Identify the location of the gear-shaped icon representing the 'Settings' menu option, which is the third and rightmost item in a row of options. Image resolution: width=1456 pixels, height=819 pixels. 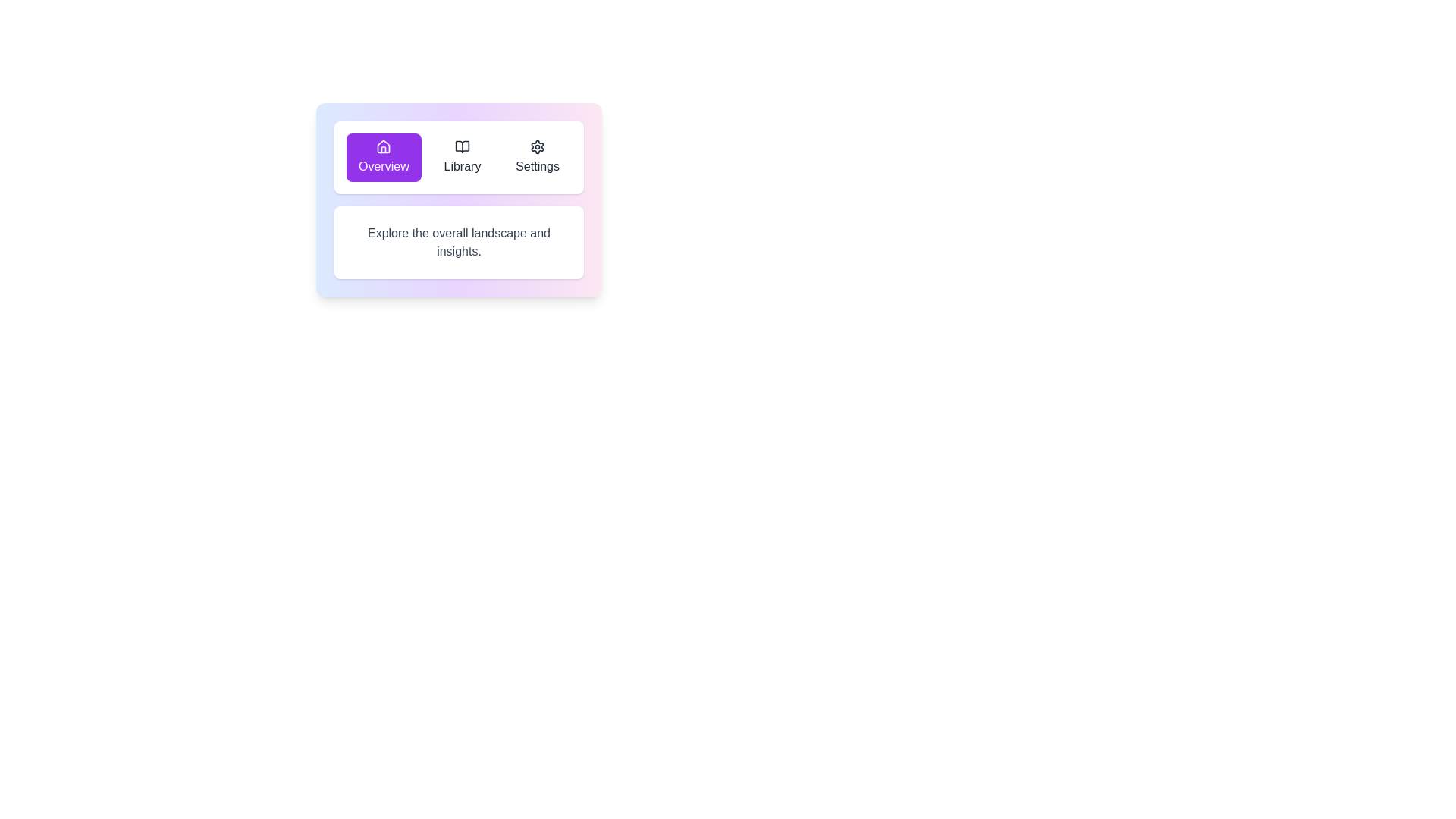
(538, 146).